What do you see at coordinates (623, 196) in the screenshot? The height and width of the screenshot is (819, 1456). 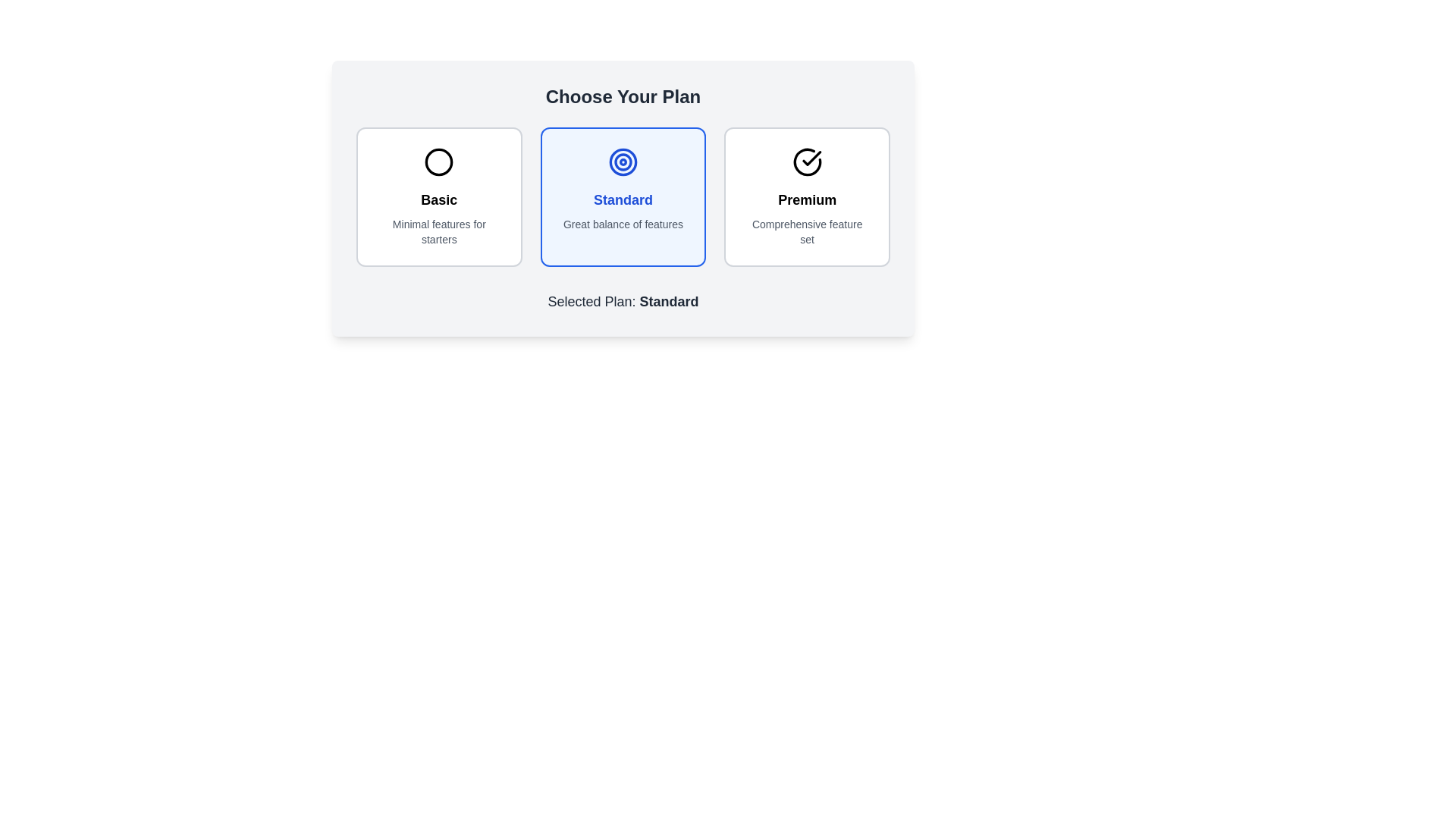 I see `the Grid Layout containing selectable cards for the plans: Basic, Standard, or Premium` at bounding box center [623, 196].